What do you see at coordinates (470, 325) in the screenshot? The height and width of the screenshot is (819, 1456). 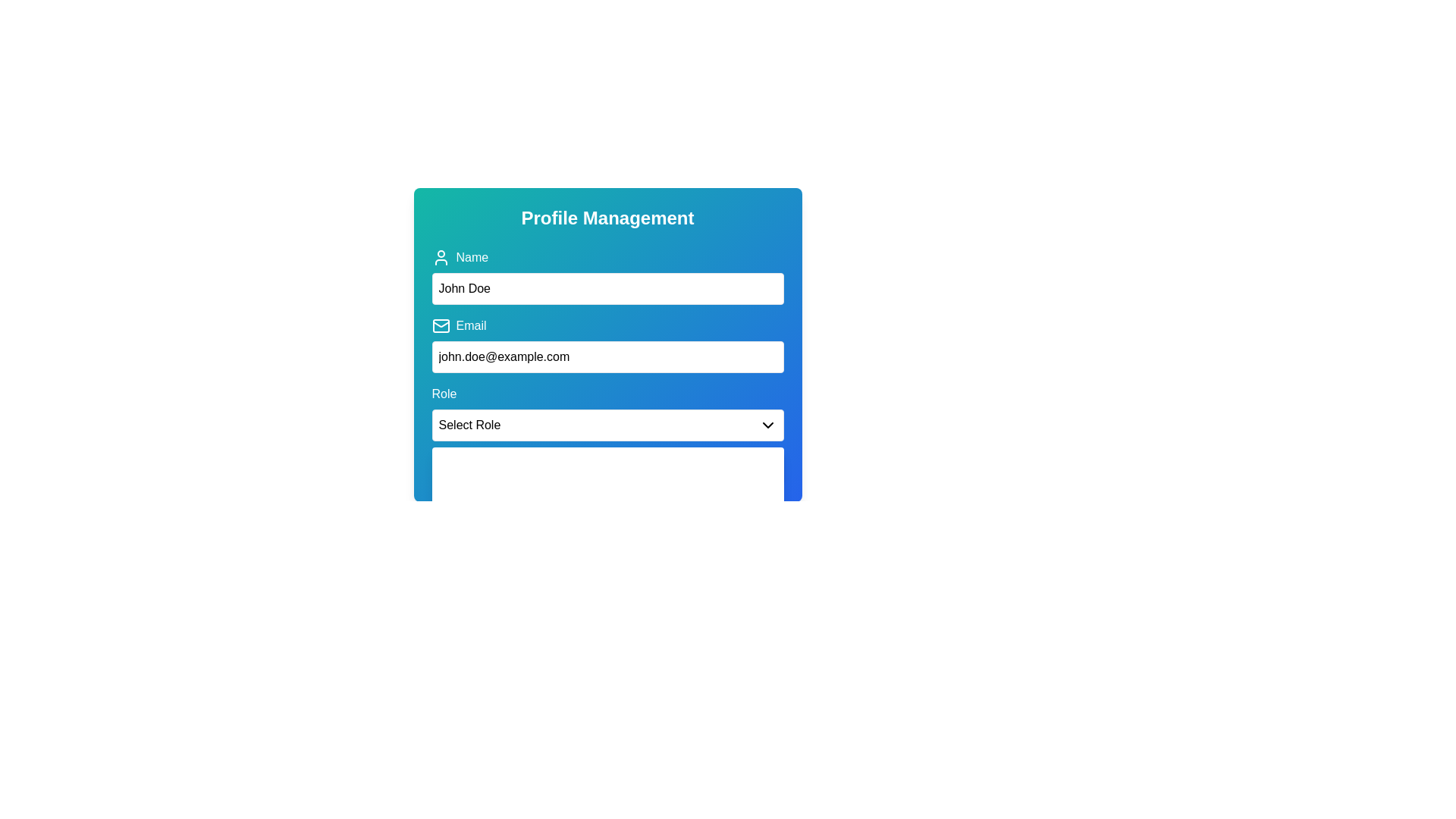 I see `the 'Email' text label, which is styled with a medium font-weight and positioned next to a mail icon above the email input field` at bounding box center [470, 325].